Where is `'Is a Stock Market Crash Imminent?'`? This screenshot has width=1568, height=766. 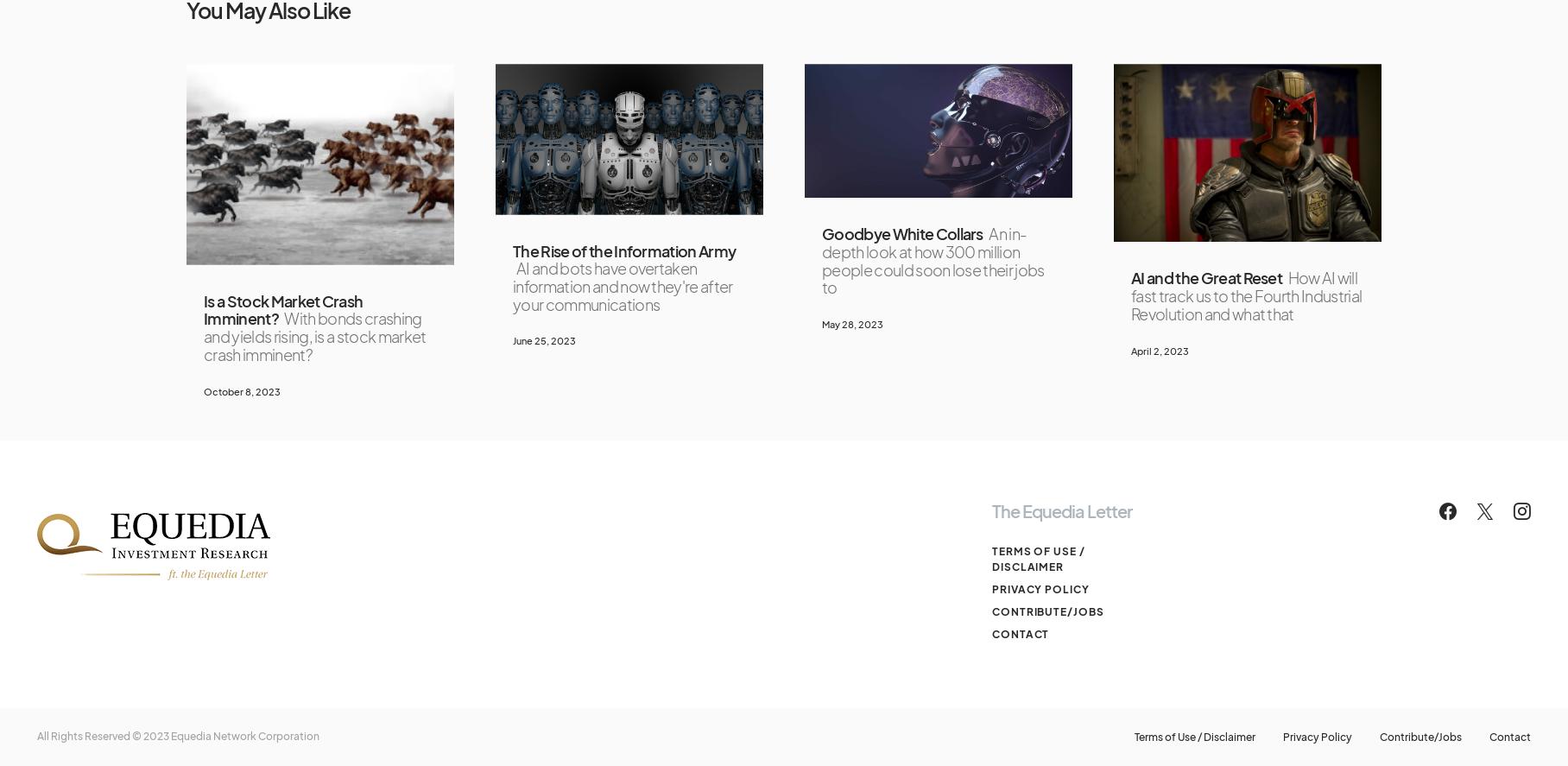
'Is a Stock Market Crash Imminent?' is located at coordinates (203, 307).